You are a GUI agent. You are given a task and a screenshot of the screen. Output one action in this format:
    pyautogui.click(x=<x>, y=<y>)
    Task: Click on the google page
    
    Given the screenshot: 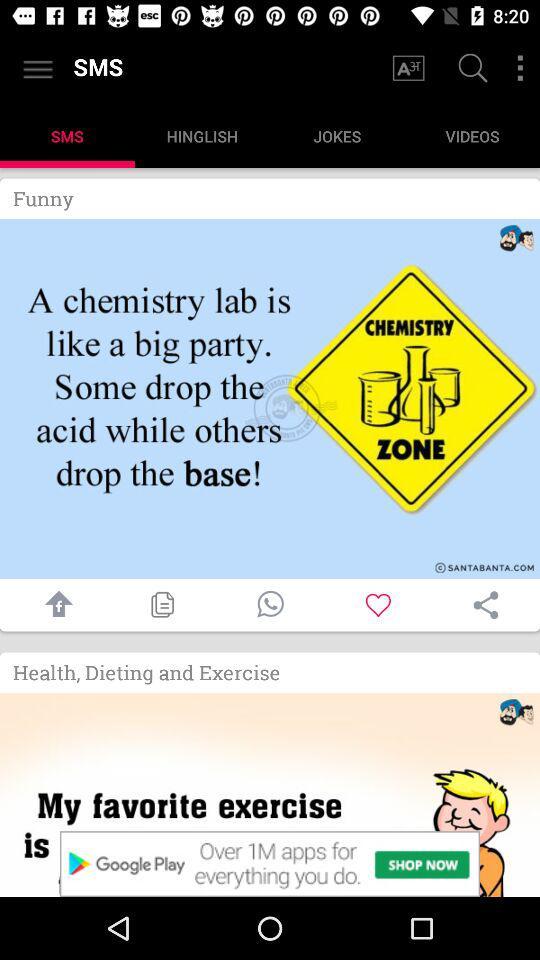 What is the action you would take?
    pyautogui.click(x=470, y=70)
    